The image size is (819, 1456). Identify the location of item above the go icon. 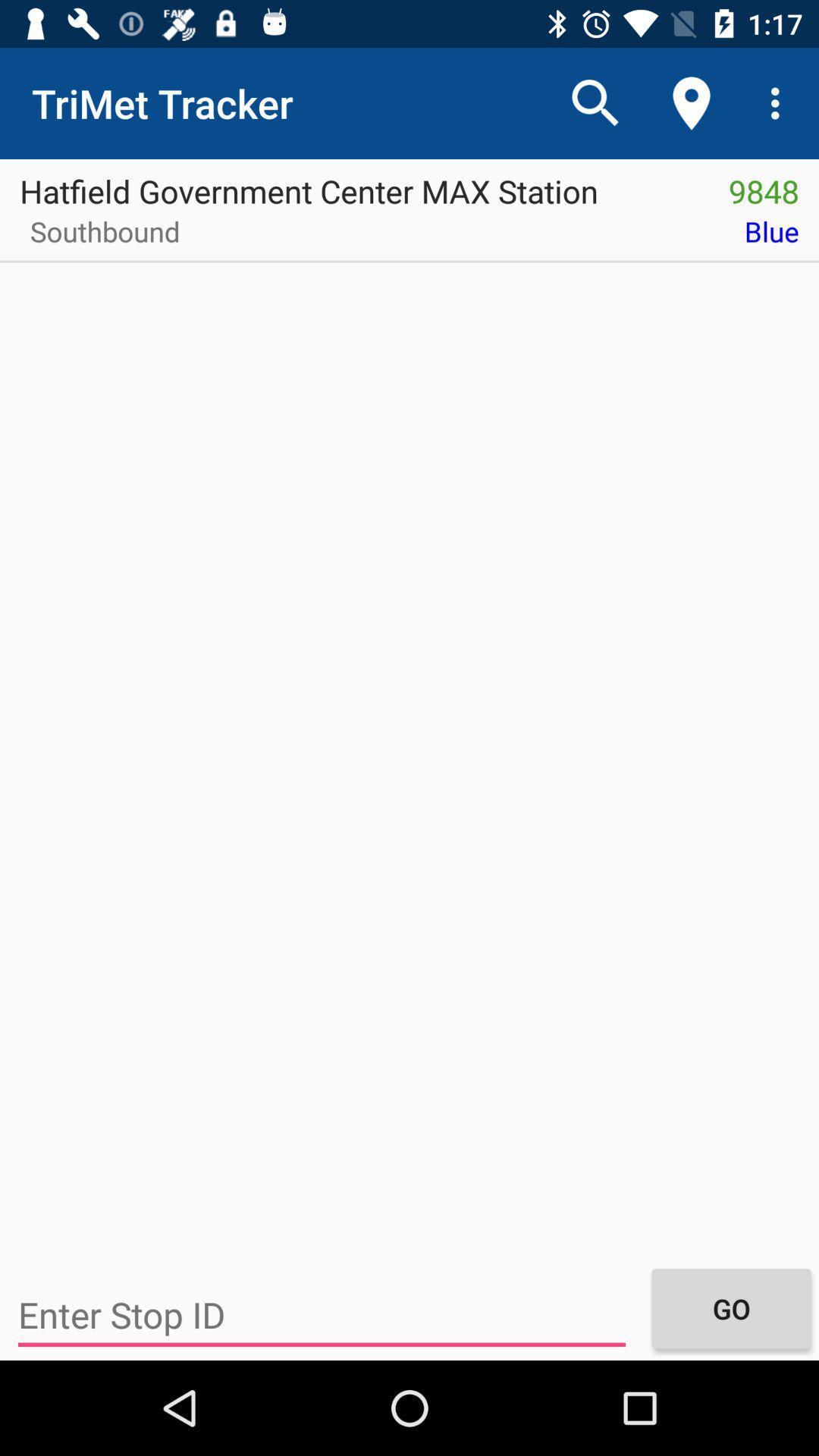
(509, 236).